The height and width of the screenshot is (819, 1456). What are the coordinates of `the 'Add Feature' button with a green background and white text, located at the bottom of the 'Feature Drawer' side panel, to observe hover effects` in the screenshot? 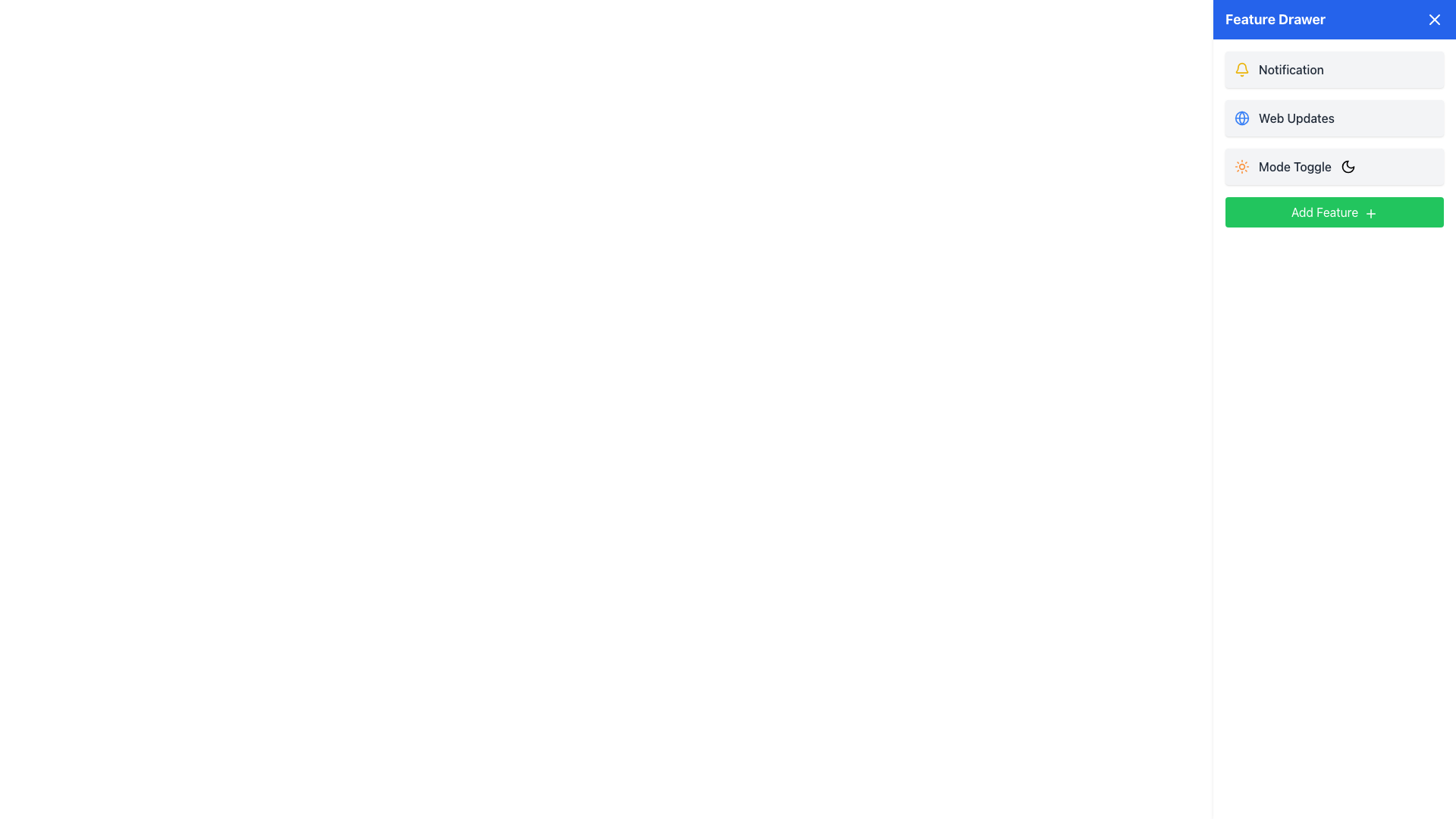 It's located at (1335, 212).